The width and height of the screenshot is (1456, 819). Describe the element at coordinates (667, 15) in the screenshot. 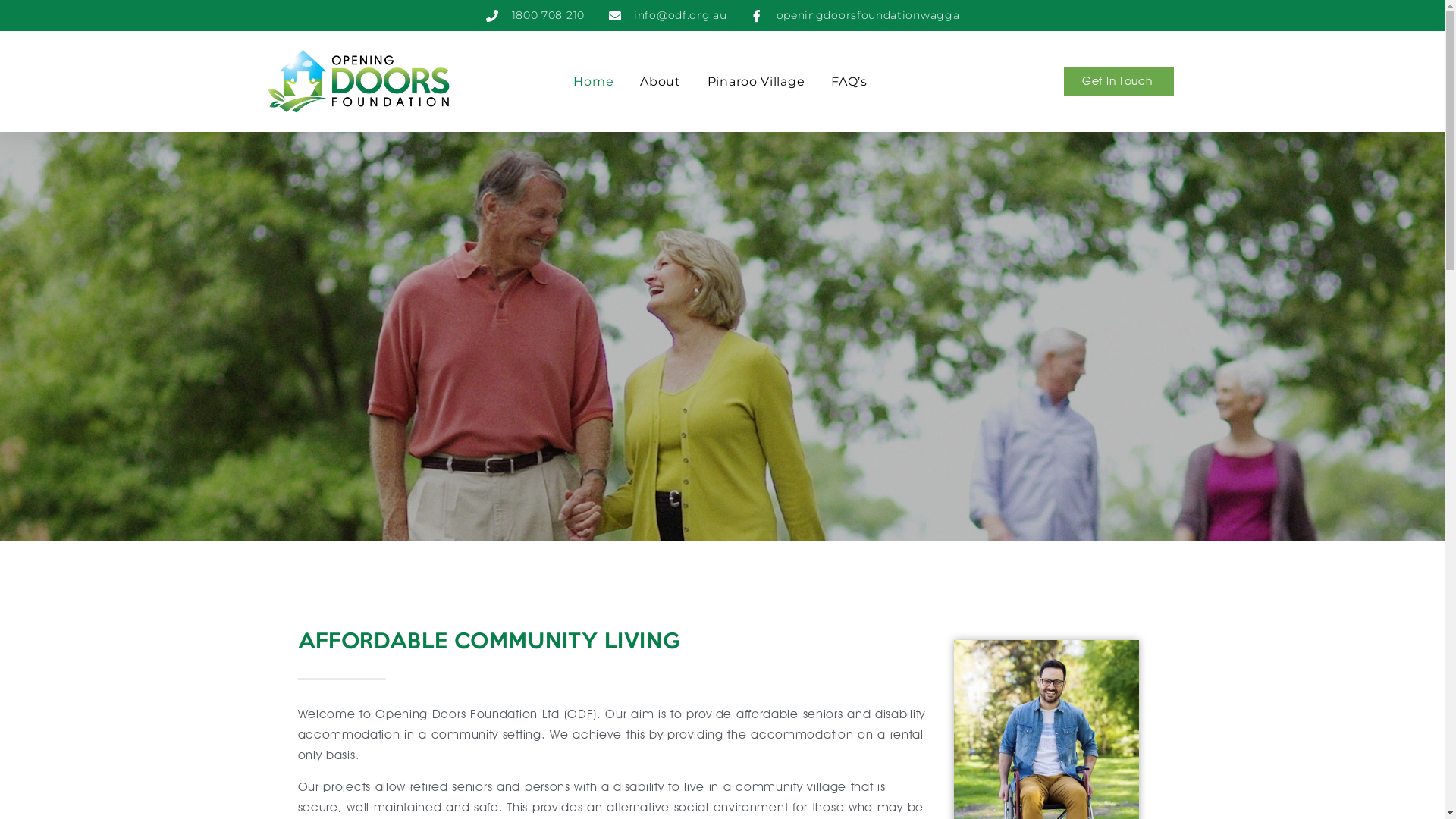

I see `'info@odf.org.au'` at that location.